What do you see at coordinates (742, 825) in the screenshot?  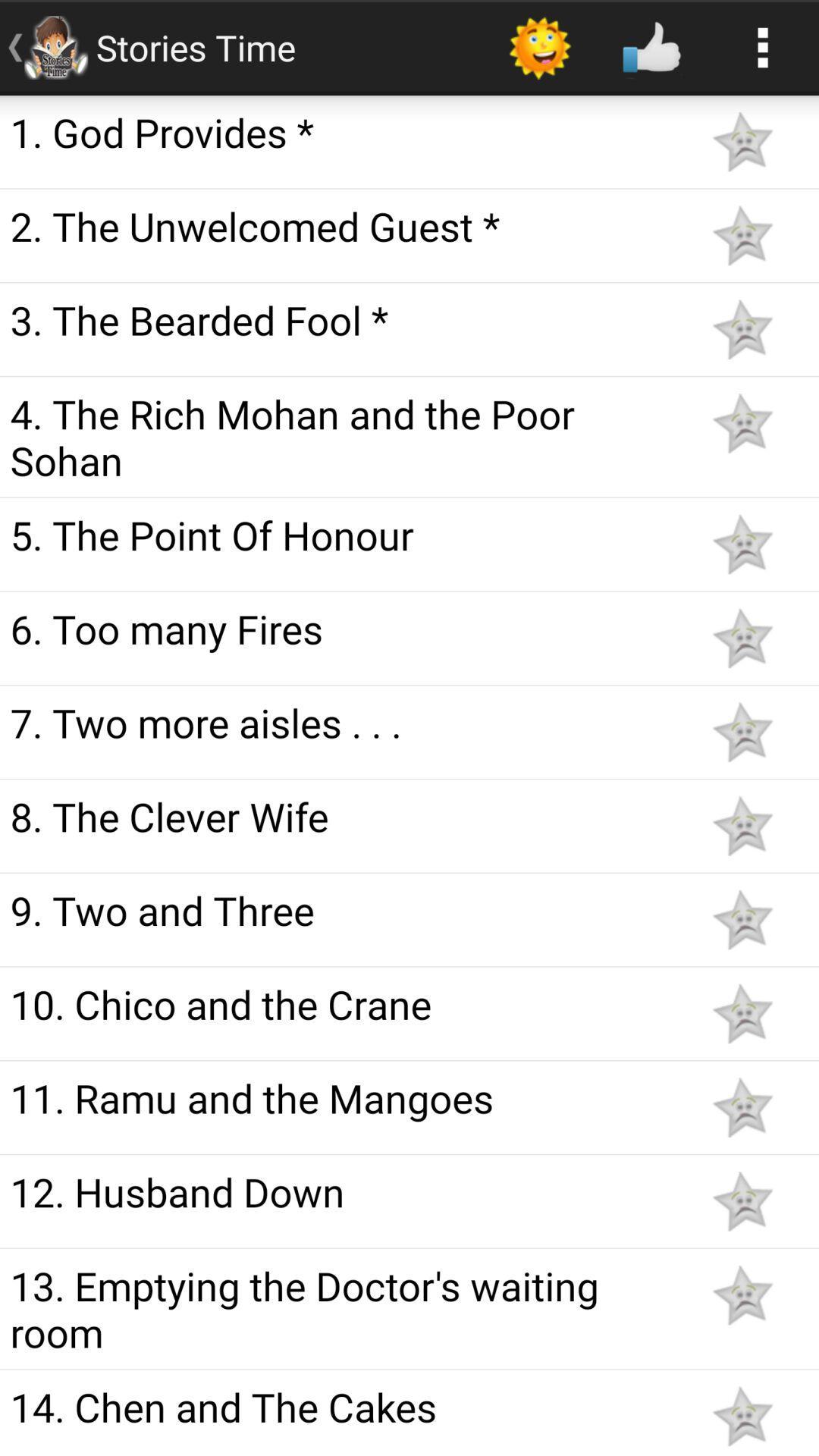 I see `bookmark story` at bounding box center [742, 825].